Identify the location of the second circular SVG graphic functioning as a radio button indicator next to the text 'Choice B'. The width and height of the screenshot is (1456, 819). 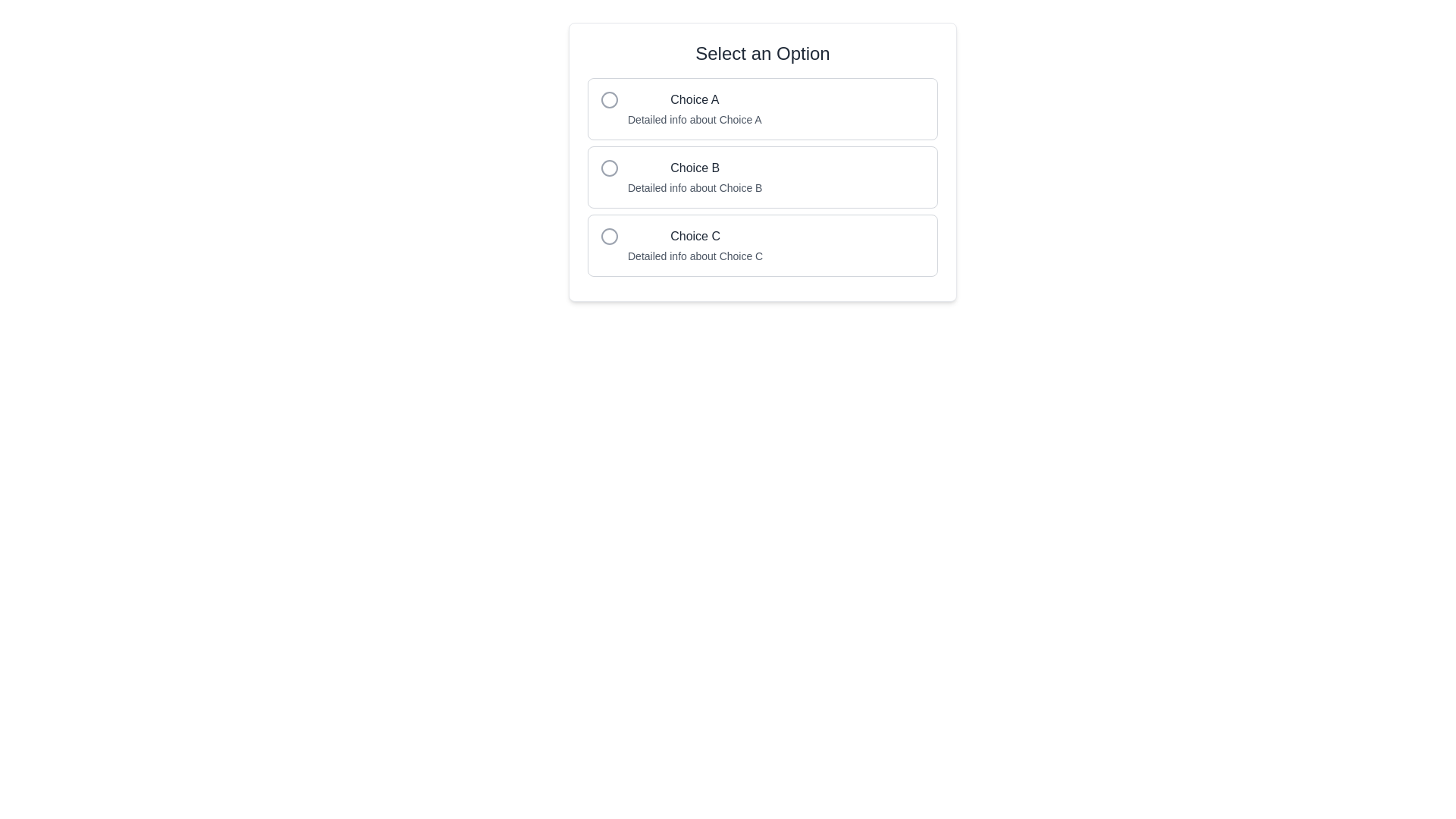
(610, 168).